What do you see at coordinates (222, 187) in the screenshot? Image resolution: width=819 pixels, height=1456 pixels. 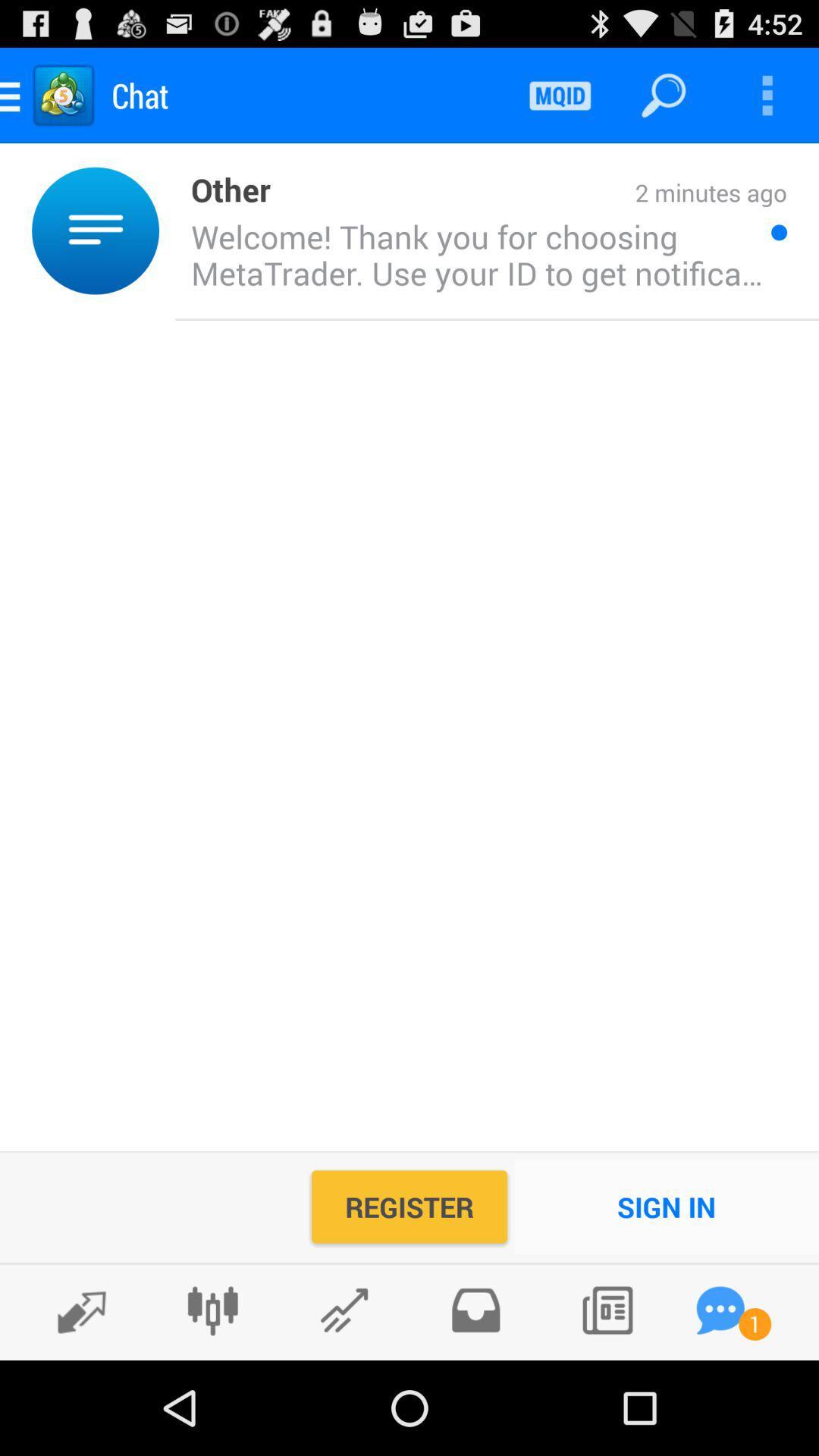 I see `the other icon` at bounding box center [222, 187].